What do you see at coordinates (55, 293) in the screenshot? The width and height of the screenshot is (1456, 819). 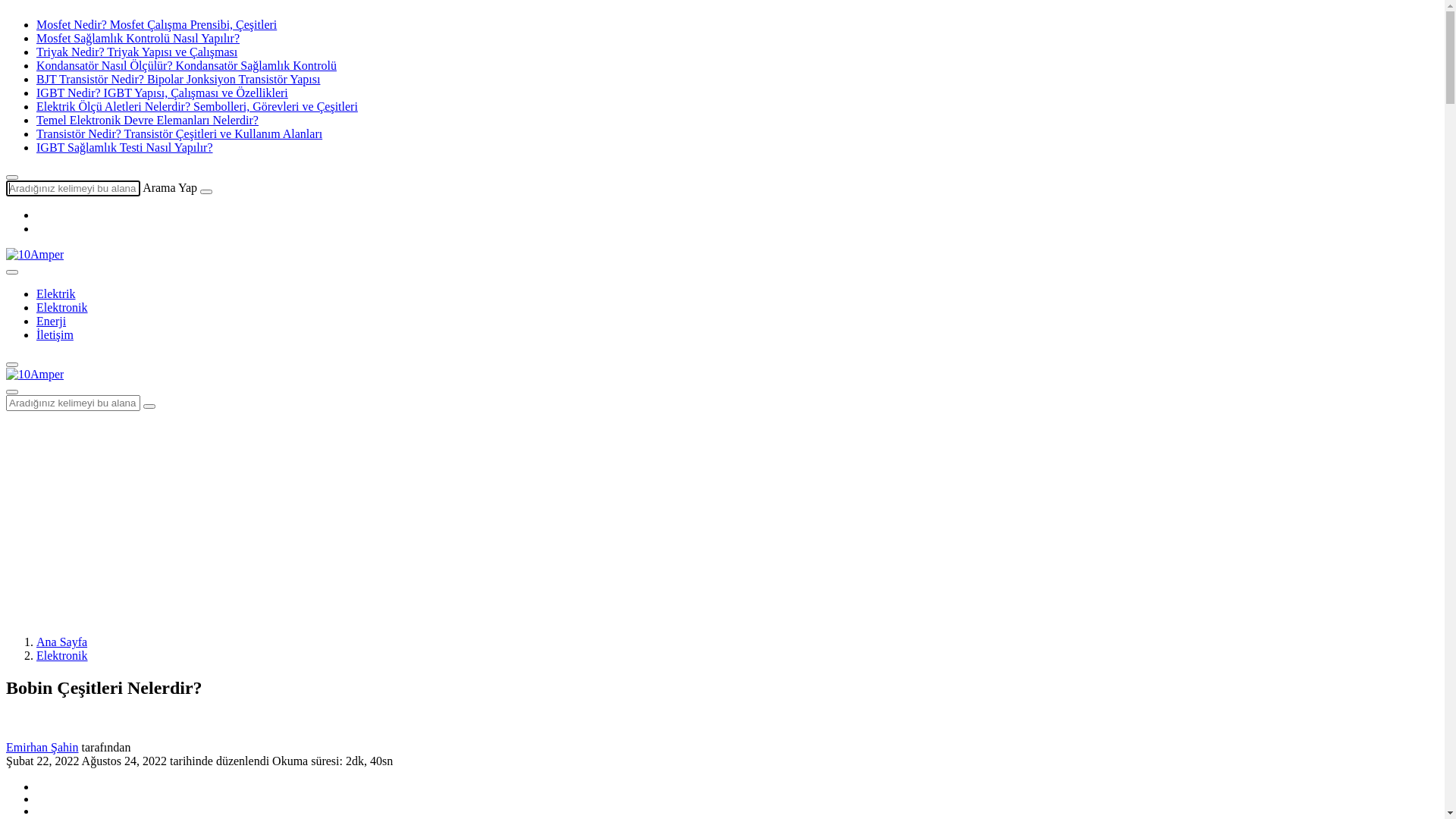 I see `'Elektrik'` at bounding box center [55, 293].